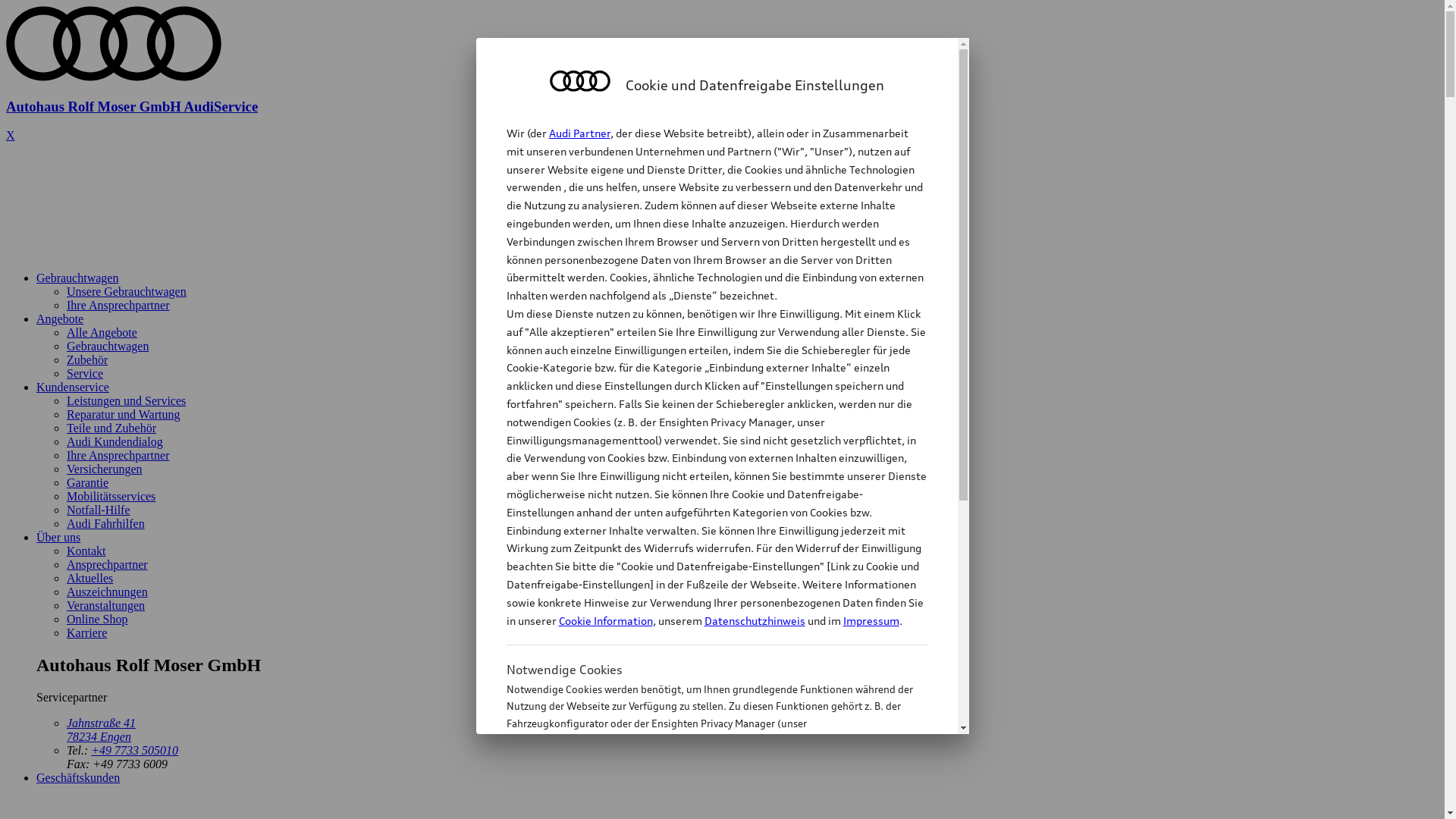 The width and height of the screenshot is (1456, 819). What do you see at coordinates (754, 620) in the screenshot?
I see `'Datenschutzhinweis'` at bounding box center [754, 620].